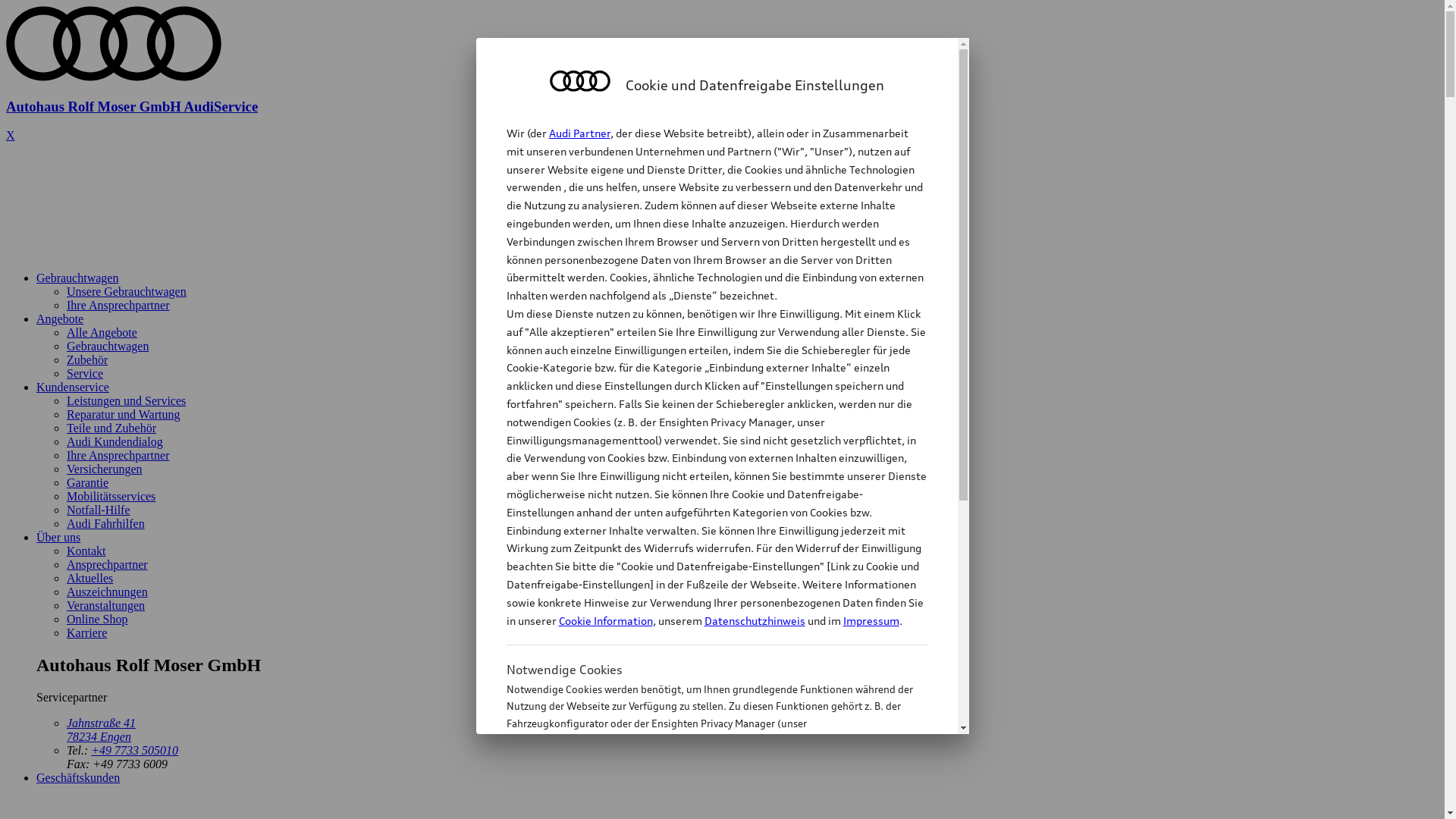 The width and height of the screenshot is (1456, 819). What do you see at coordinates (754, 620) in the screenshot?
I see `'Datenschutzhinweis'` at bounding box center [754, 620].